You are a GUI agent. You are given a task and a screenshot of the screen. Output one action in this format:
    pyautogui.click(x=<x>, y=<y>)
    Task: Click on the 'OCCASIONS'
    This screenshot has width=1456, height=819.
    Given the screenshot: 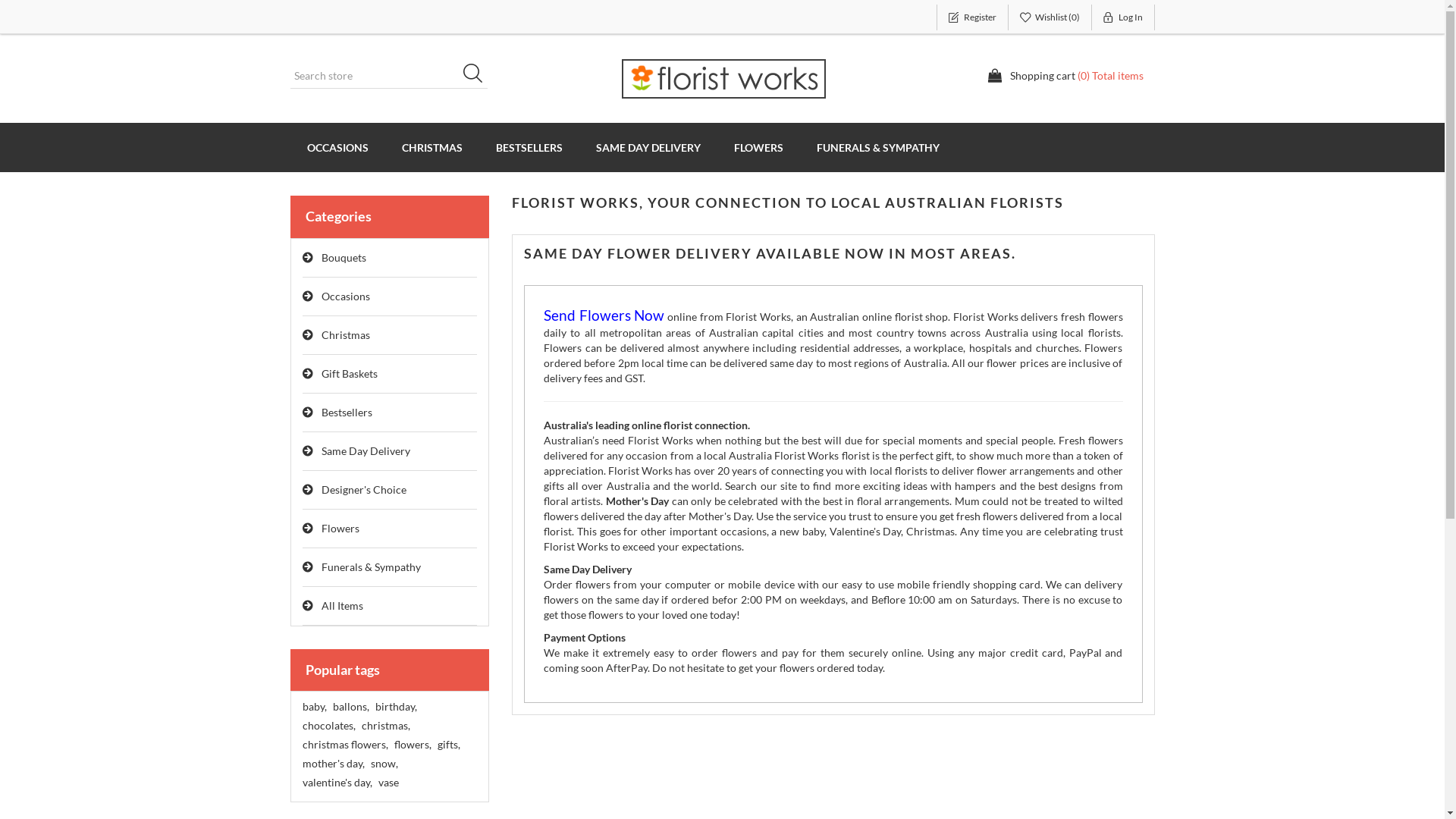 What is the action you would take?
    pyautogui.click(x=290, y=147)
    